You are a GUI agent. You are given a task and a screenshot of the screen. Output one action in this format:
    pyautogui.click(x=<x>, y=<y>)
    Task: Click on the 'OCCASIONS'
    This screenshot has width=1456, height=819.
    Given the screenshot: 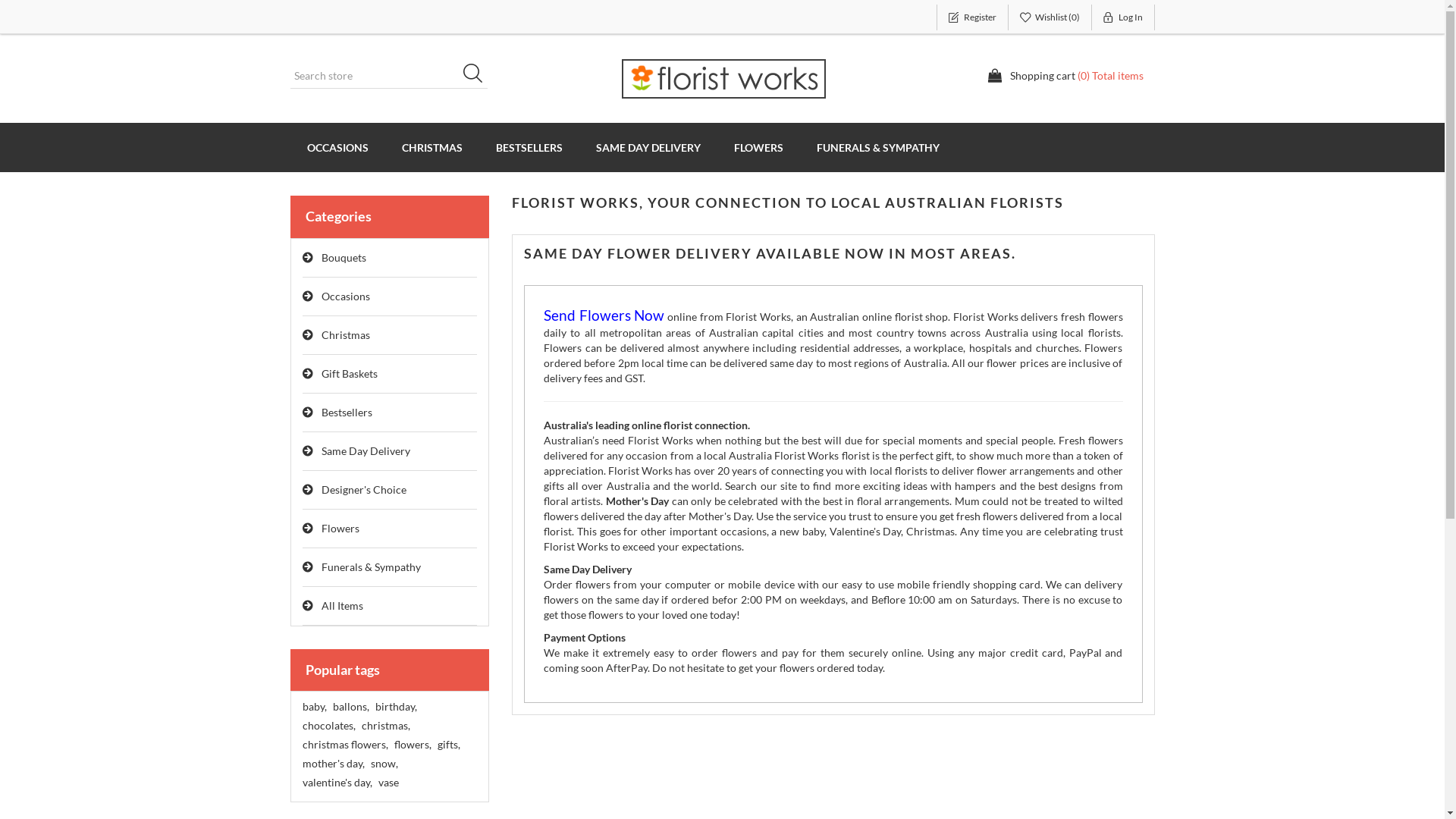 What is the action you would take?
    pyautogui.click(x=290, y=147)
    